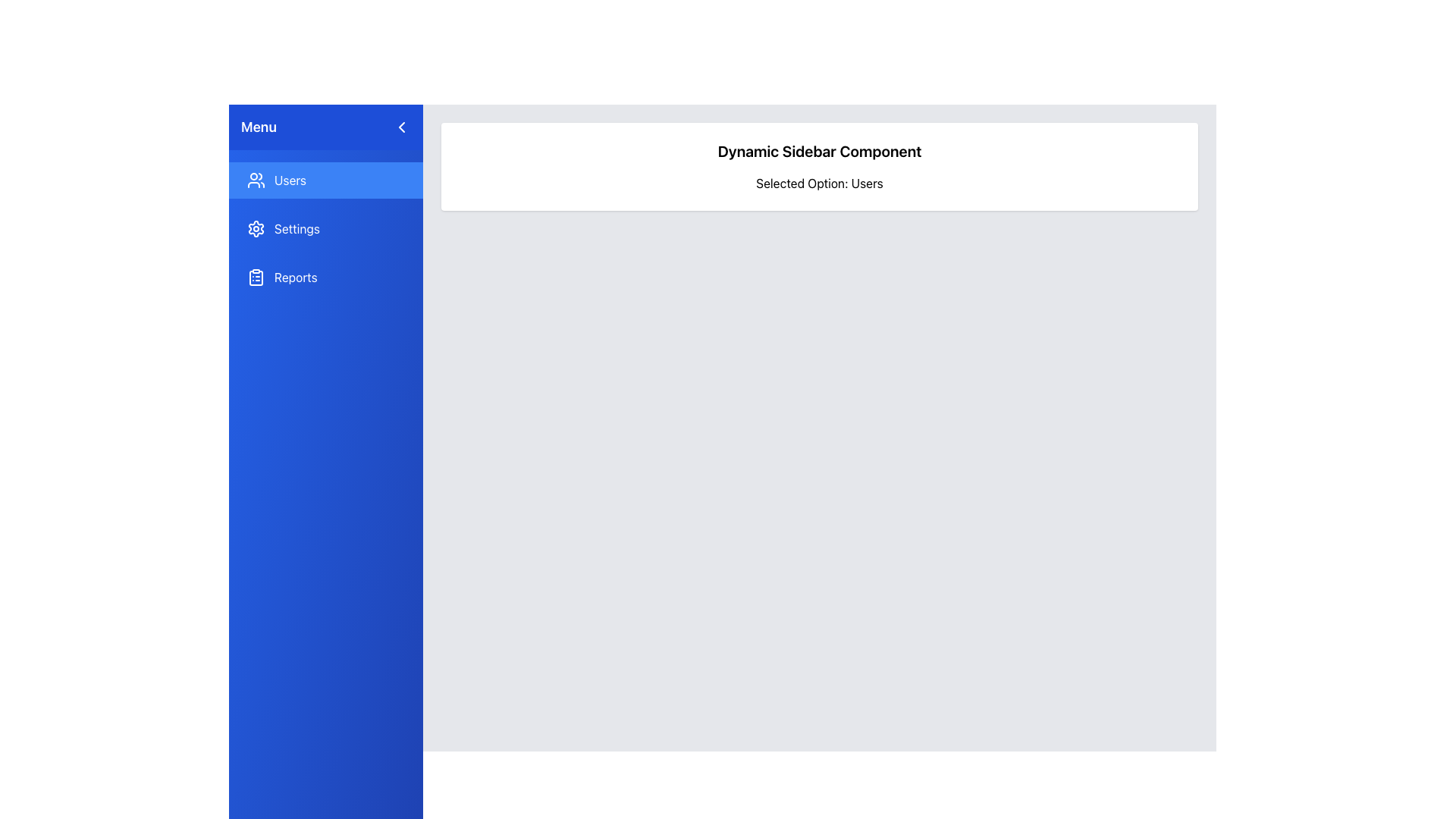  What do you see at coordinates (256, 278) in the screenshot?
I see `the clipboard icon located in the sidebar menu next to the 'Reports' menu item` at bounding box center [256, 278].